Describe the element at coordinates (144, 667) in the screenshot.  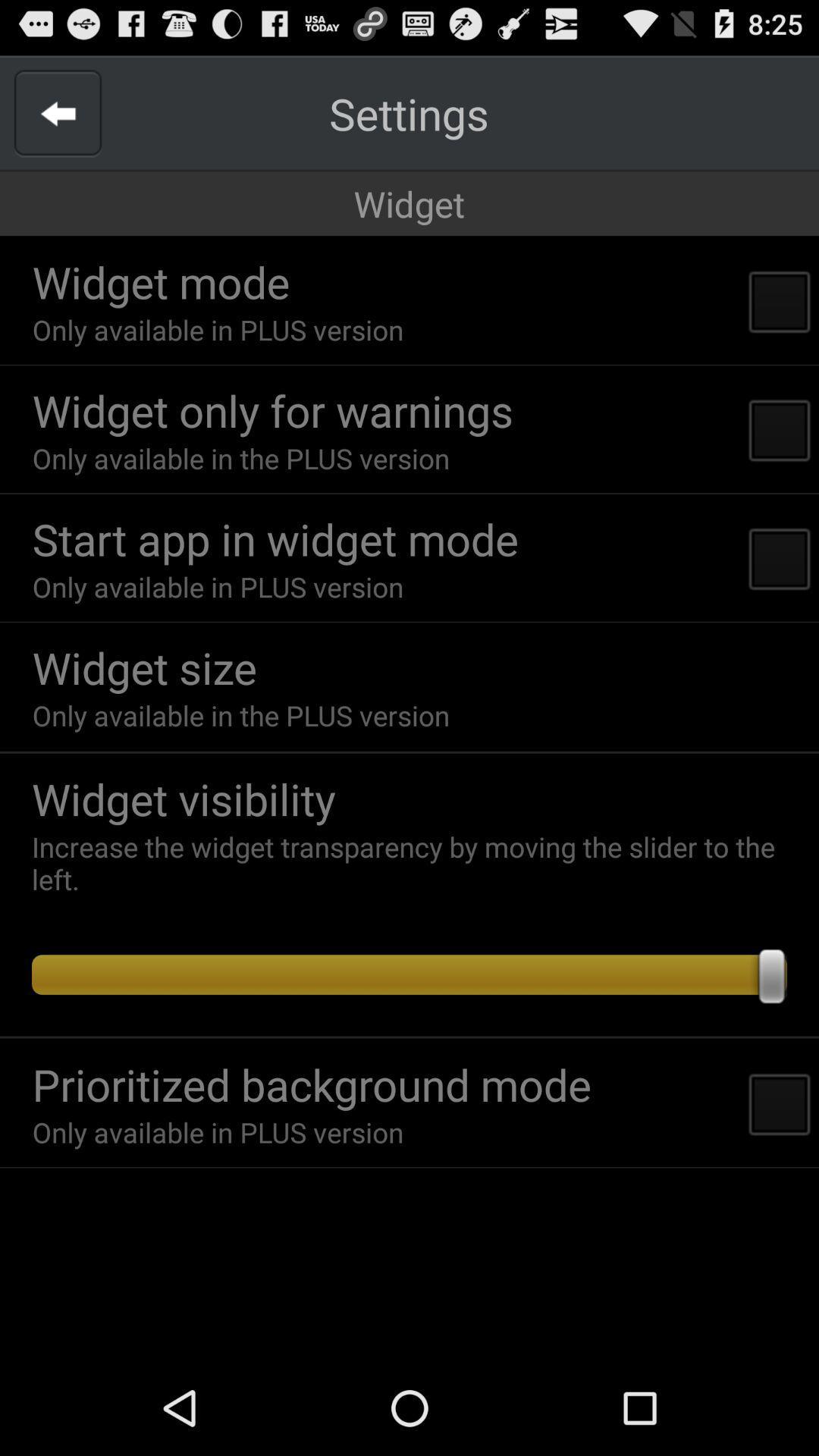
I see `item below the only available in app` at that location.